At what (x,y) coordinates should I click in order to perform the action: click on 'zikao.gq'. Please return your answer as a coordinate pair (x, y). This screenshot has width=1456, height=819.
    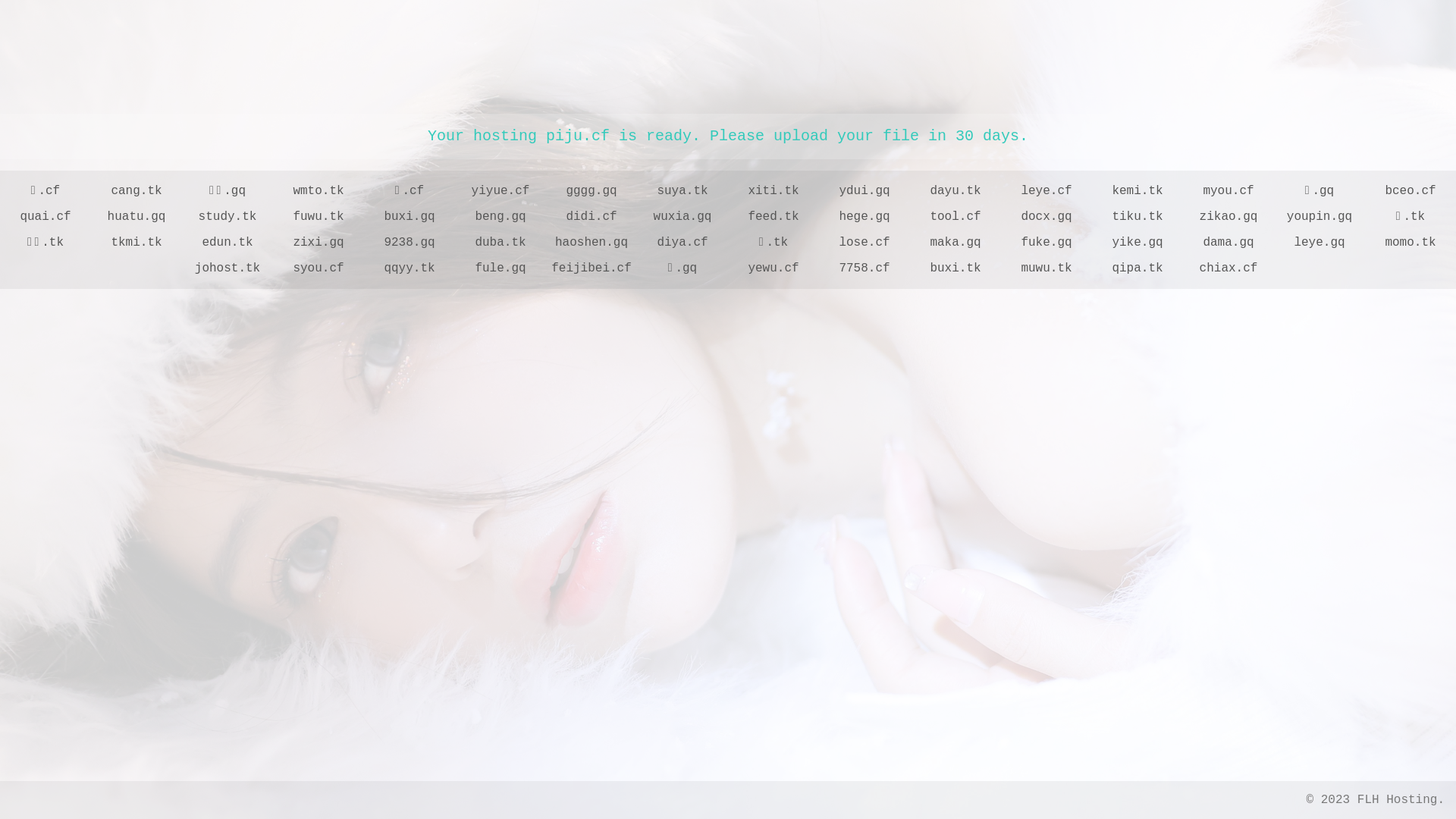
    Looking at the image, I should click on (1228, 216).